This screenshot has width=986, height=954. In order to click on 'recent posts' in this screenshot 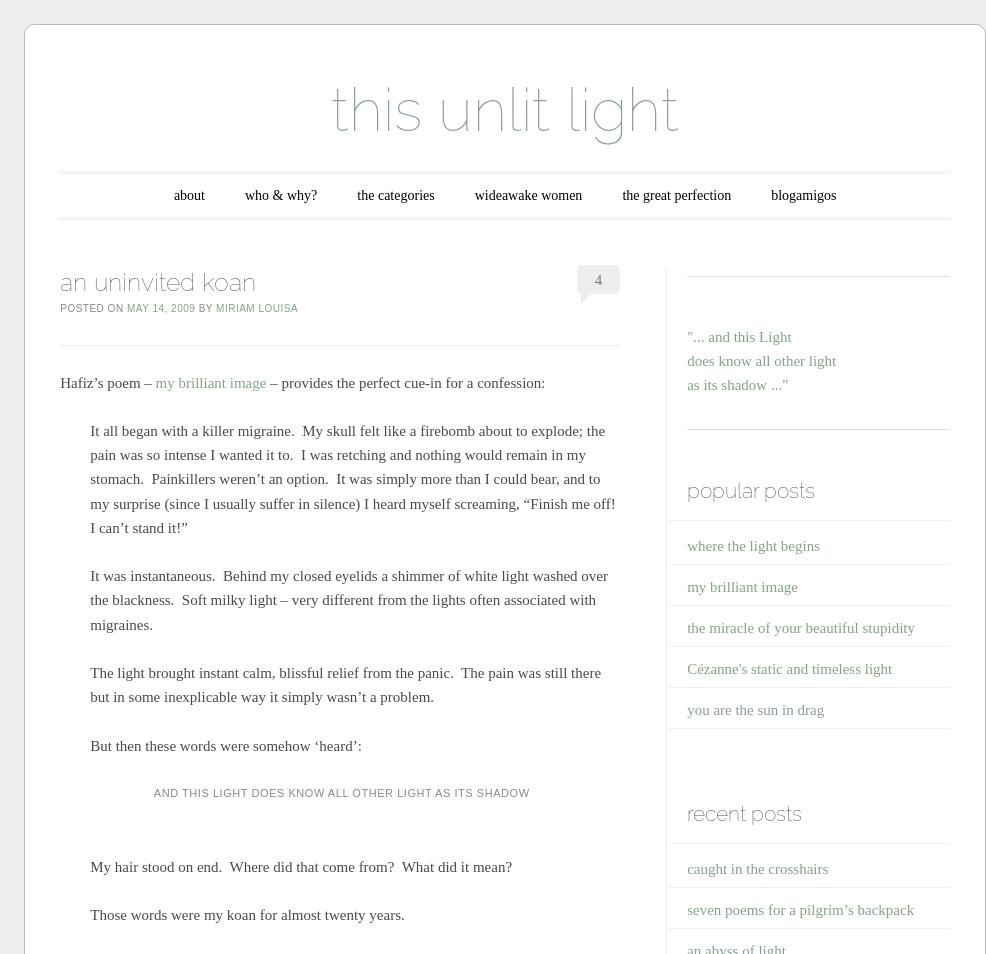, I will do `click(744, 812)`.